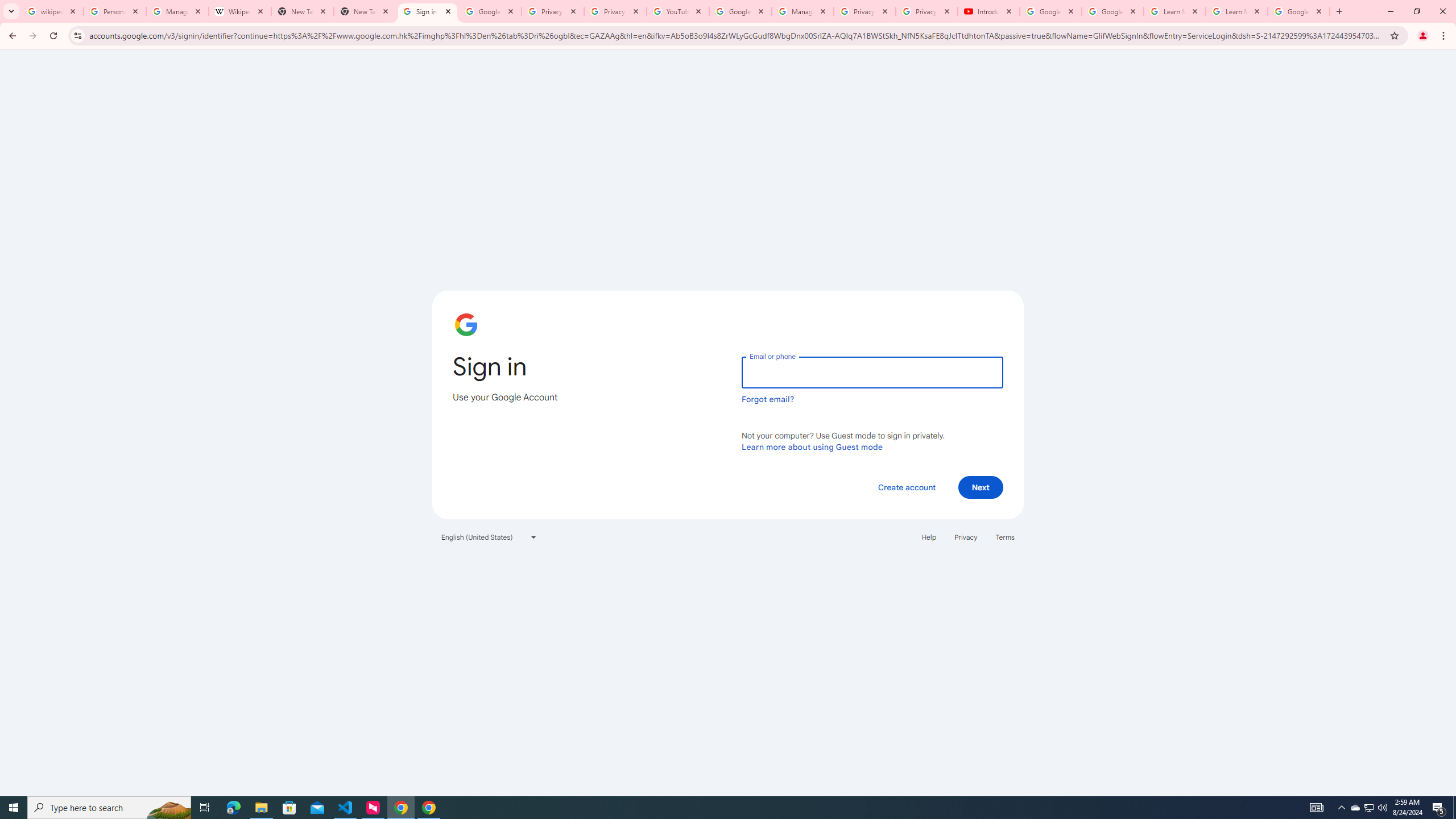 The image size is (1456, 819). I want to click on 'Help', so click(928, 536).